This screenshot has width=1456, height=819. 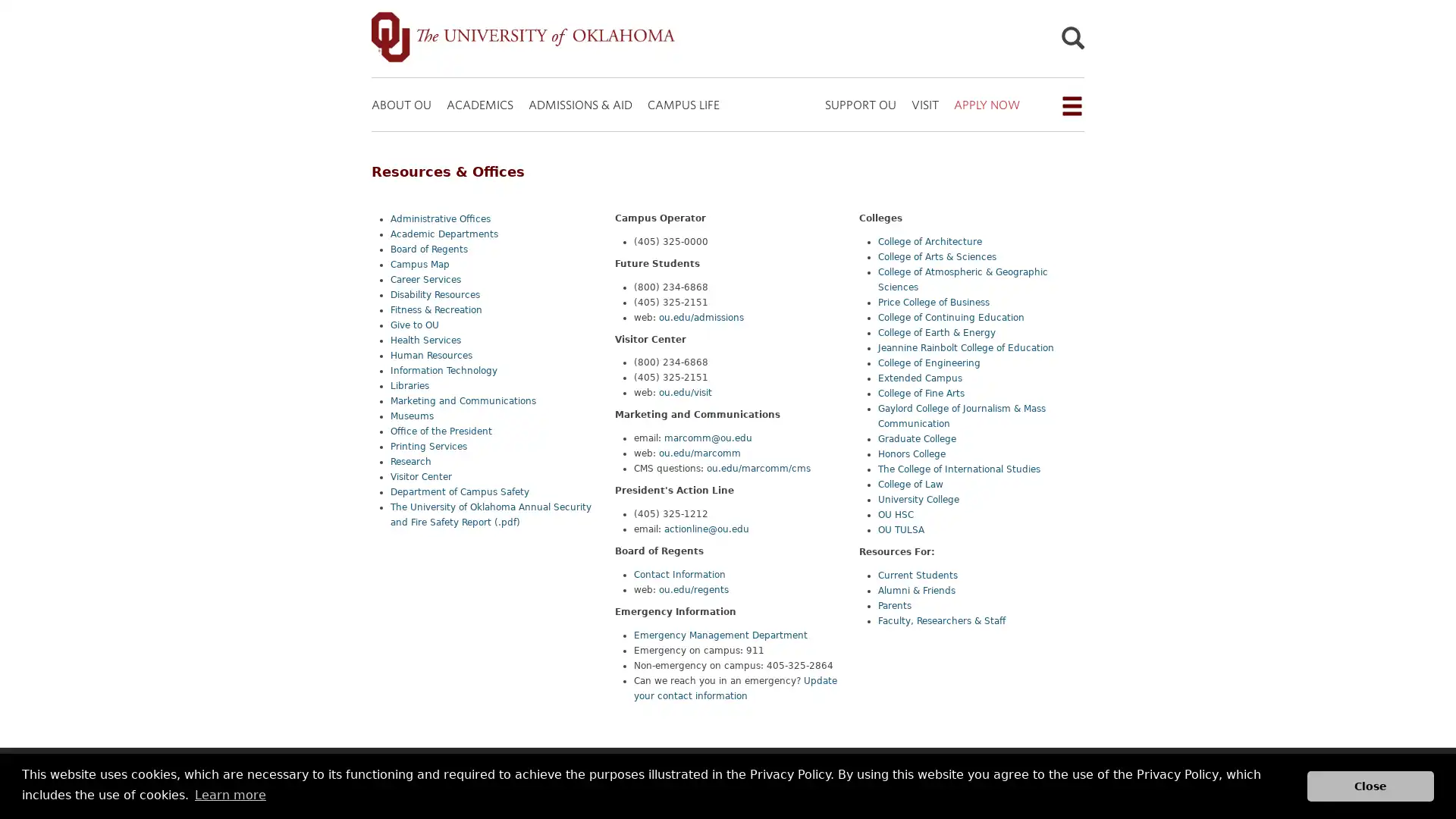 I want to click on Open the navigation menu for additional navigation options, so click(x=1070, y=105).